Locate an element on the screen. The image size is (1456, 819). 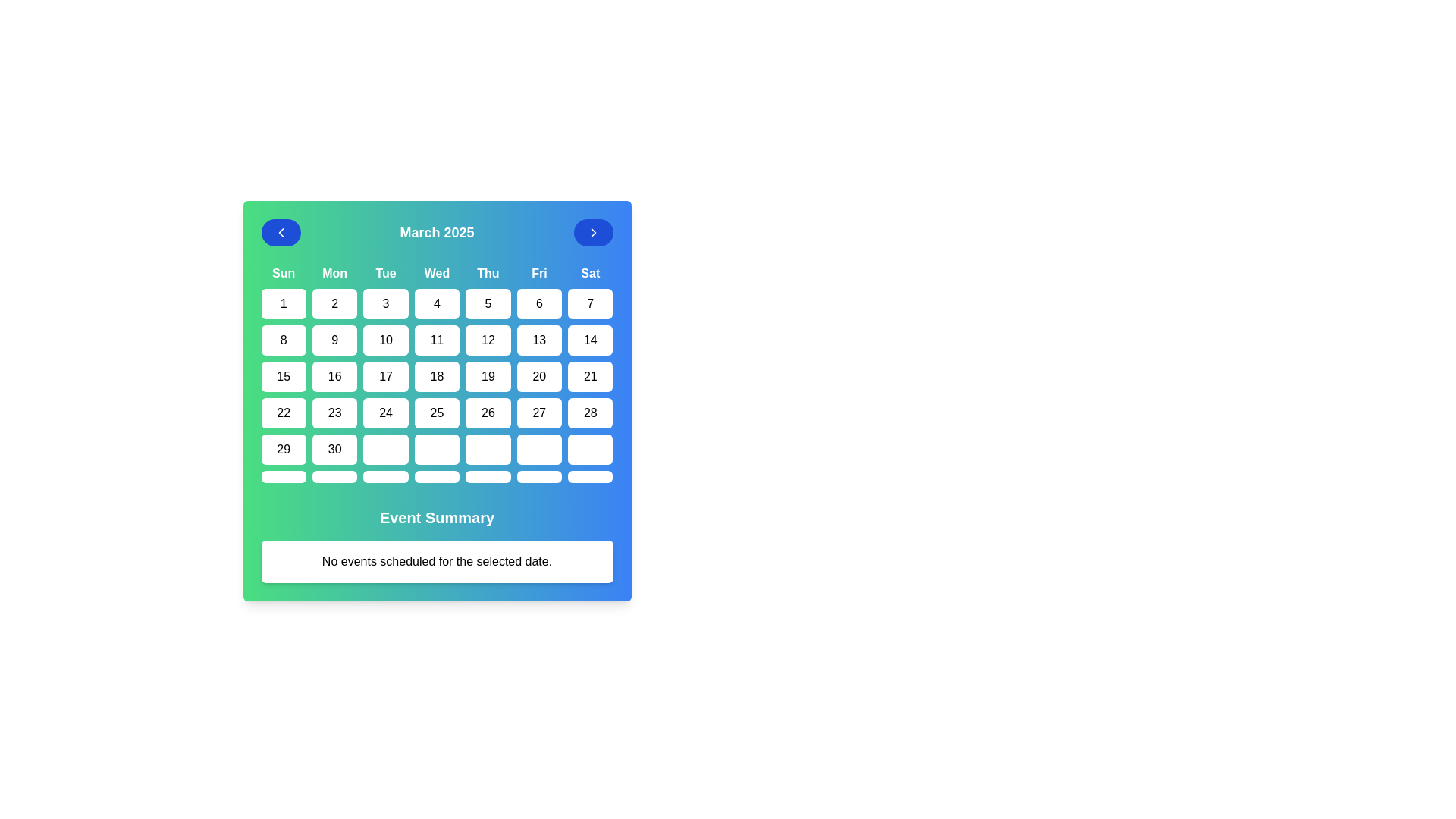
the button displaying the number '1' in black text, located in the top-left corner of the grid under the 'Sun' column header is located at coordinates (284, 304).